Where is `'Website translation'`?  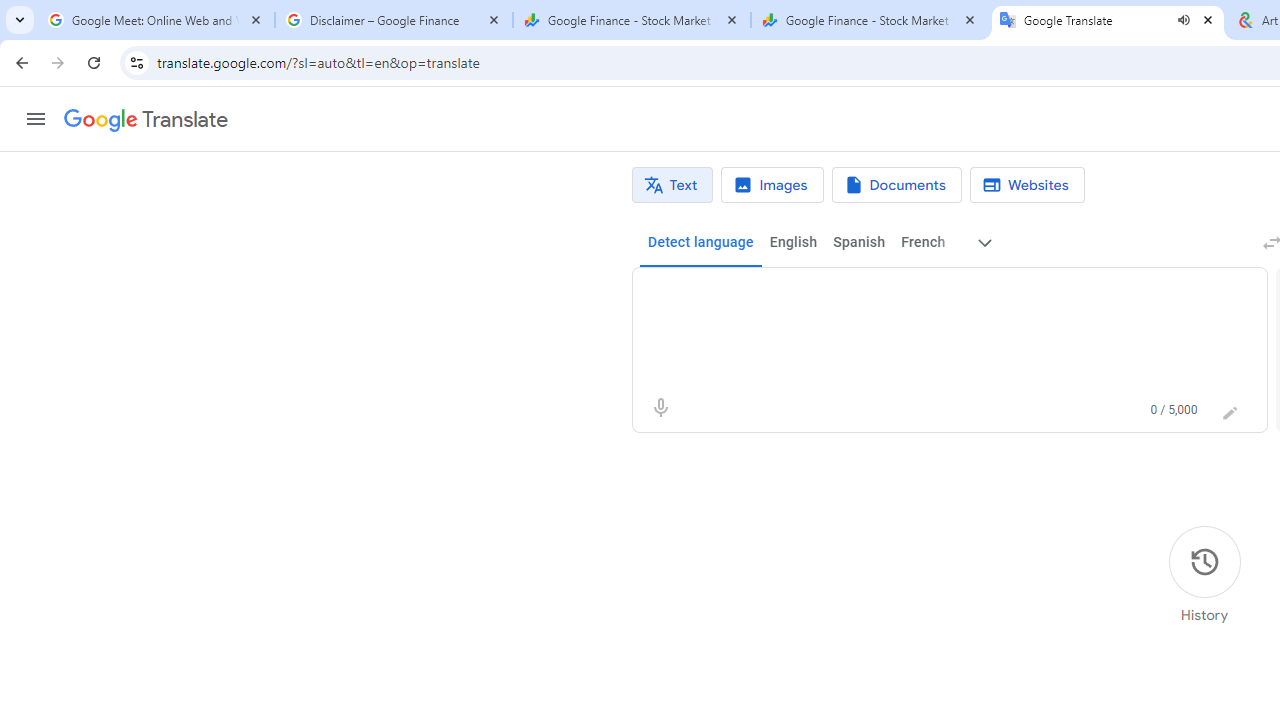
'Website translation' is located at coordinates (1027, 185).